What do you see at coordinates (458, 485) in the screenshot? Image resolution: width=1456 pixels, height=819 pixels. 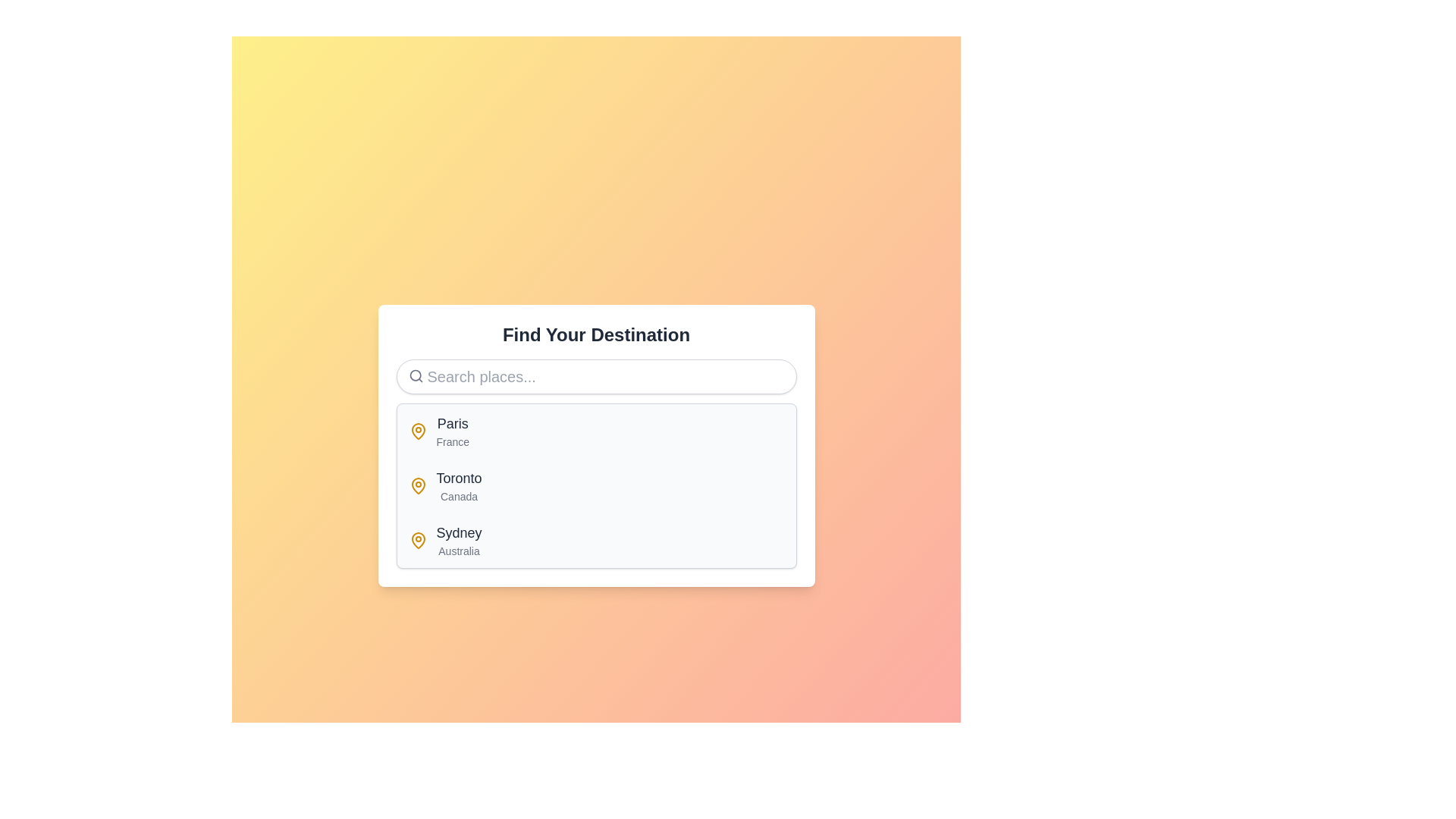 I see `the text block displaying 'Toronto' and 'Canada'` at bounding box center [458, 485].